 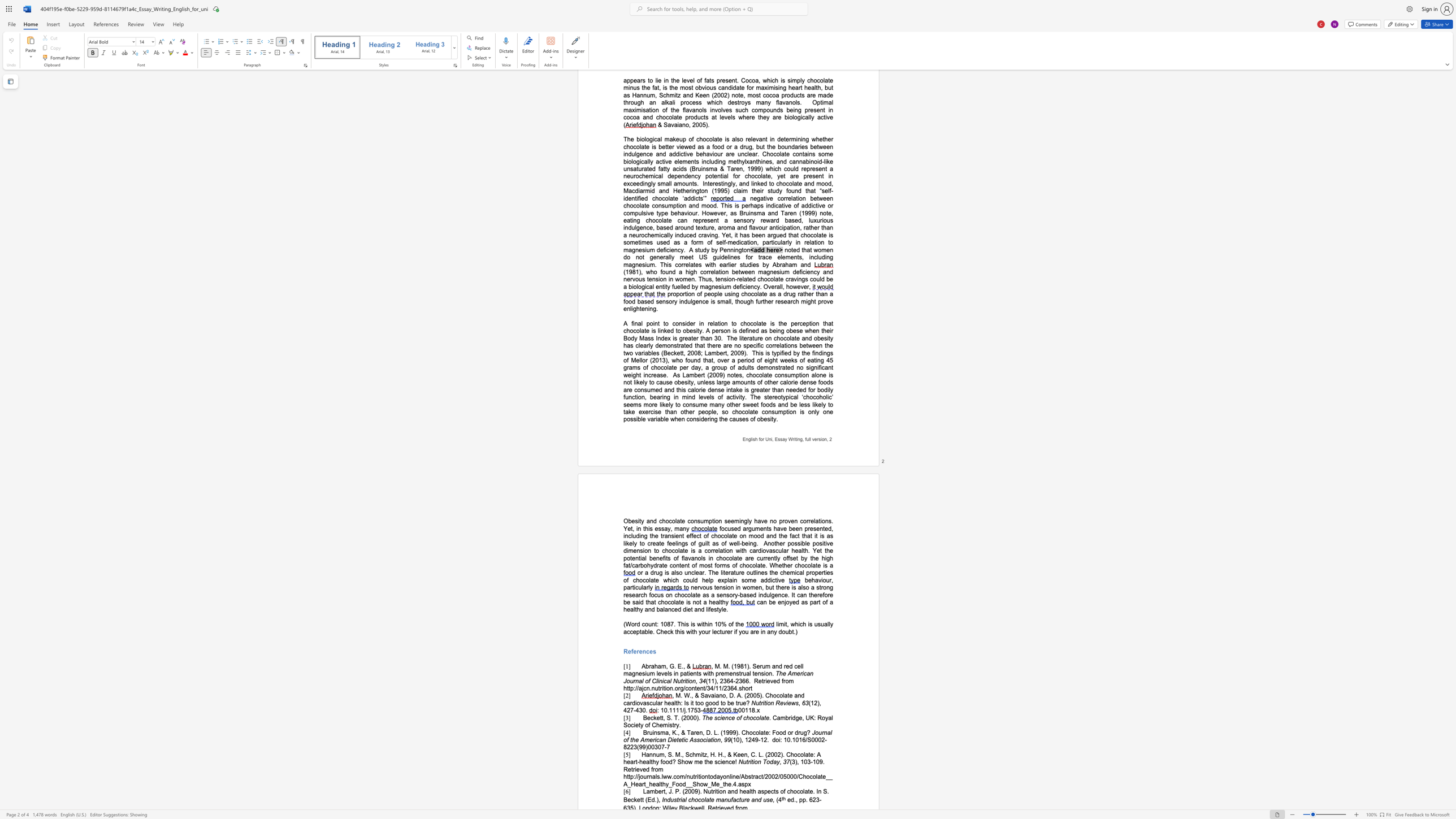 What do you see at coordinates (658, 688) in the screenshot?
I see `the subset text "trition.org/content/34/11/2364.sh" within the text "Retrieved from http://ajcn.nutrition.org/content/34/11/2364.short"` at bounding box center [658, 688].